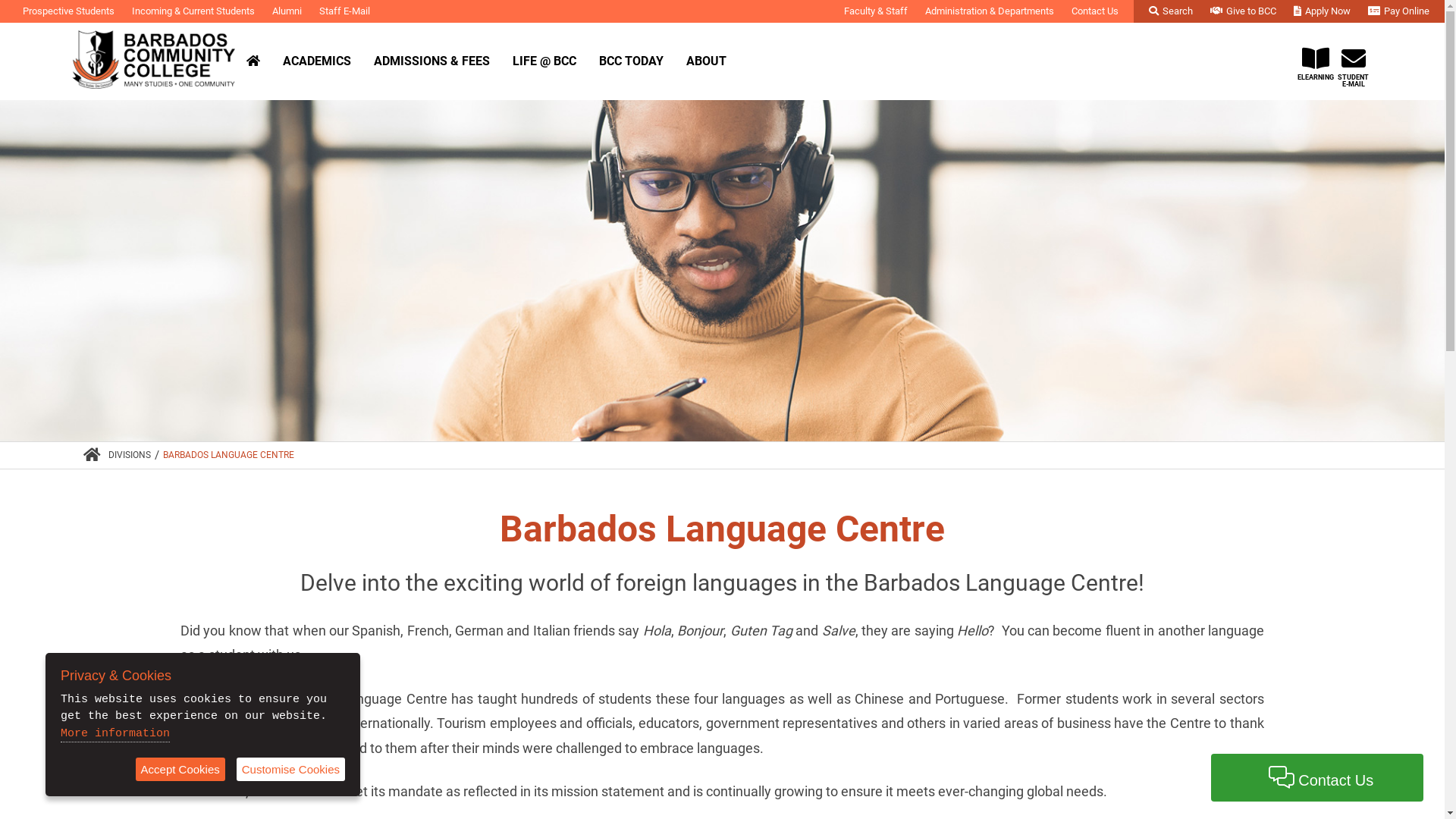  What do you see at coordinates (192, 11) in the screenshot?
I see `'Incoming & Current Students'` at bounding box center [192, 11].